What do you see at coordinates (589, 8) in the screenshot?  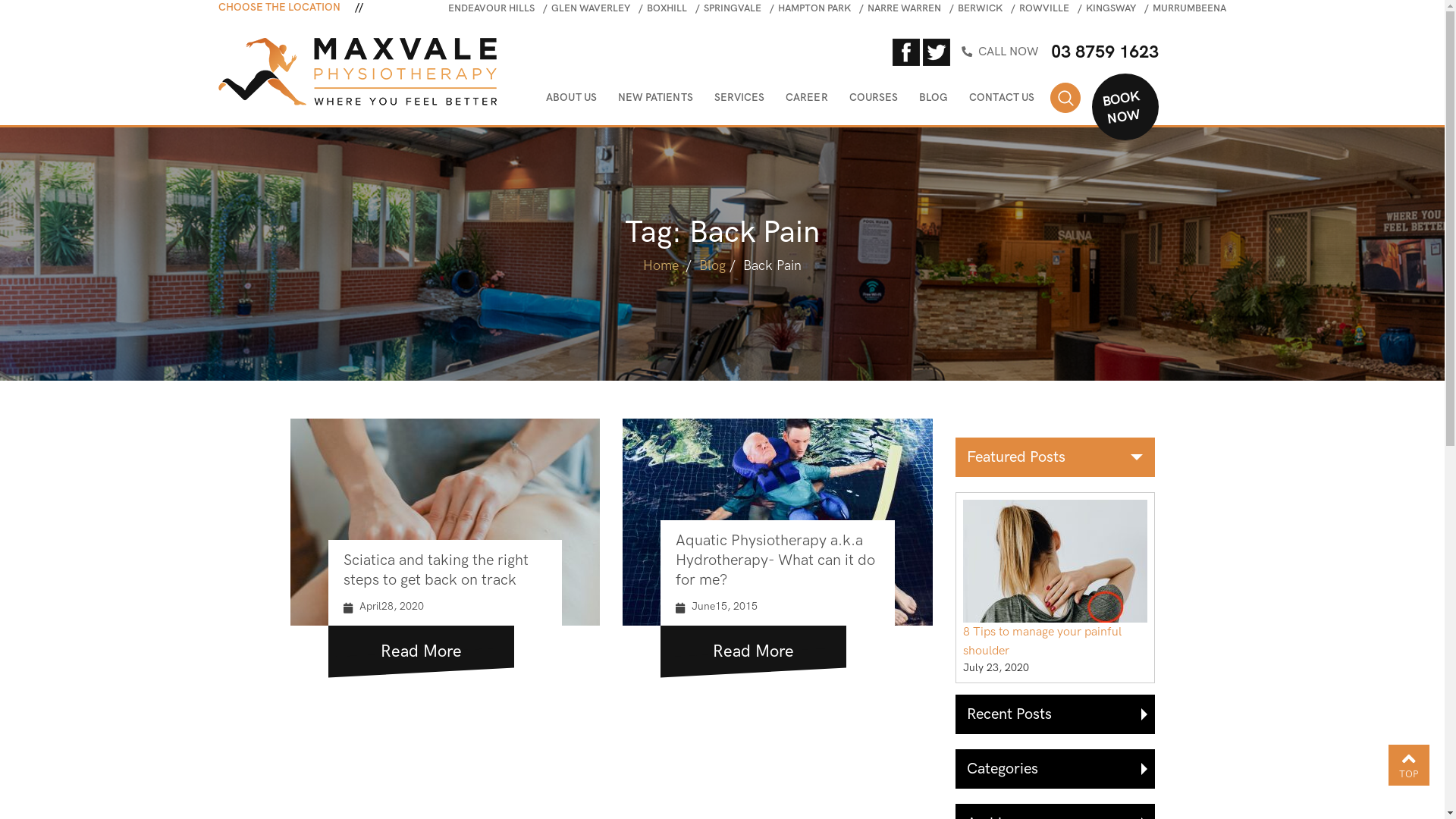 I see `'GLEN WAVERLEY'` at bounding box center [589, 8].